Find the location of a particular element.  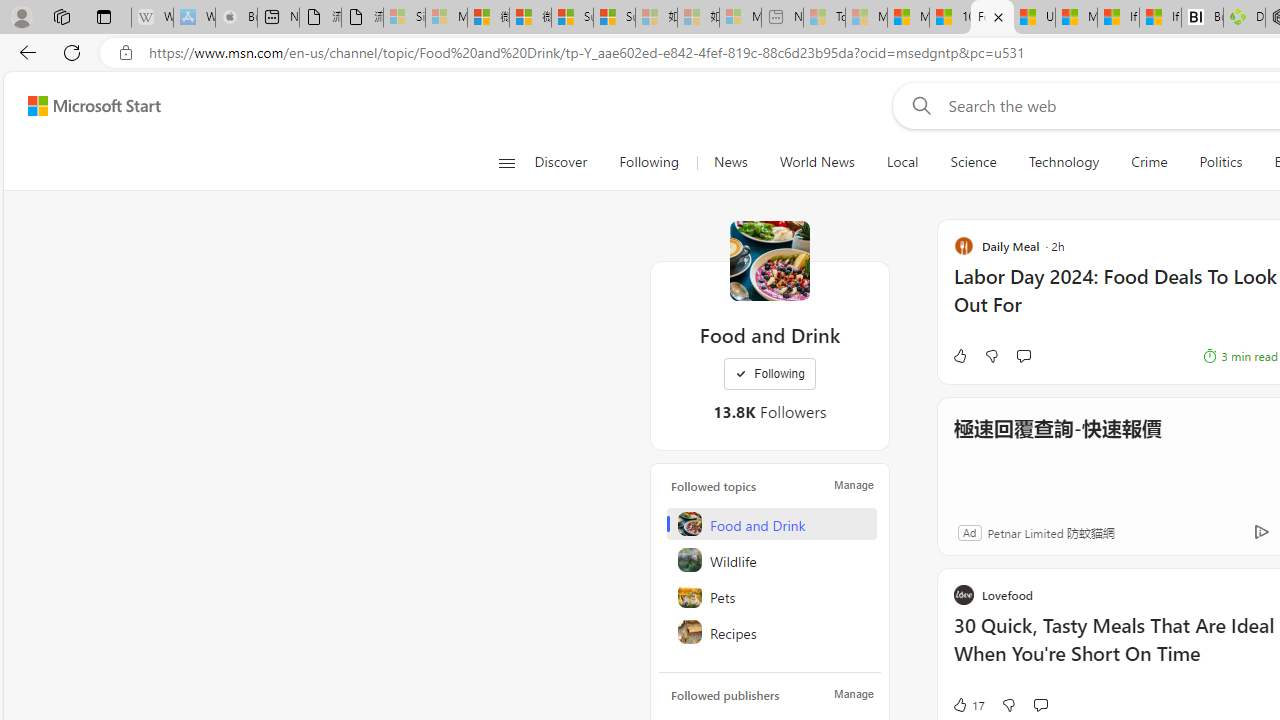

'Microsoft Services Agreement - Sleeping' is located at coordinates (445, 17).